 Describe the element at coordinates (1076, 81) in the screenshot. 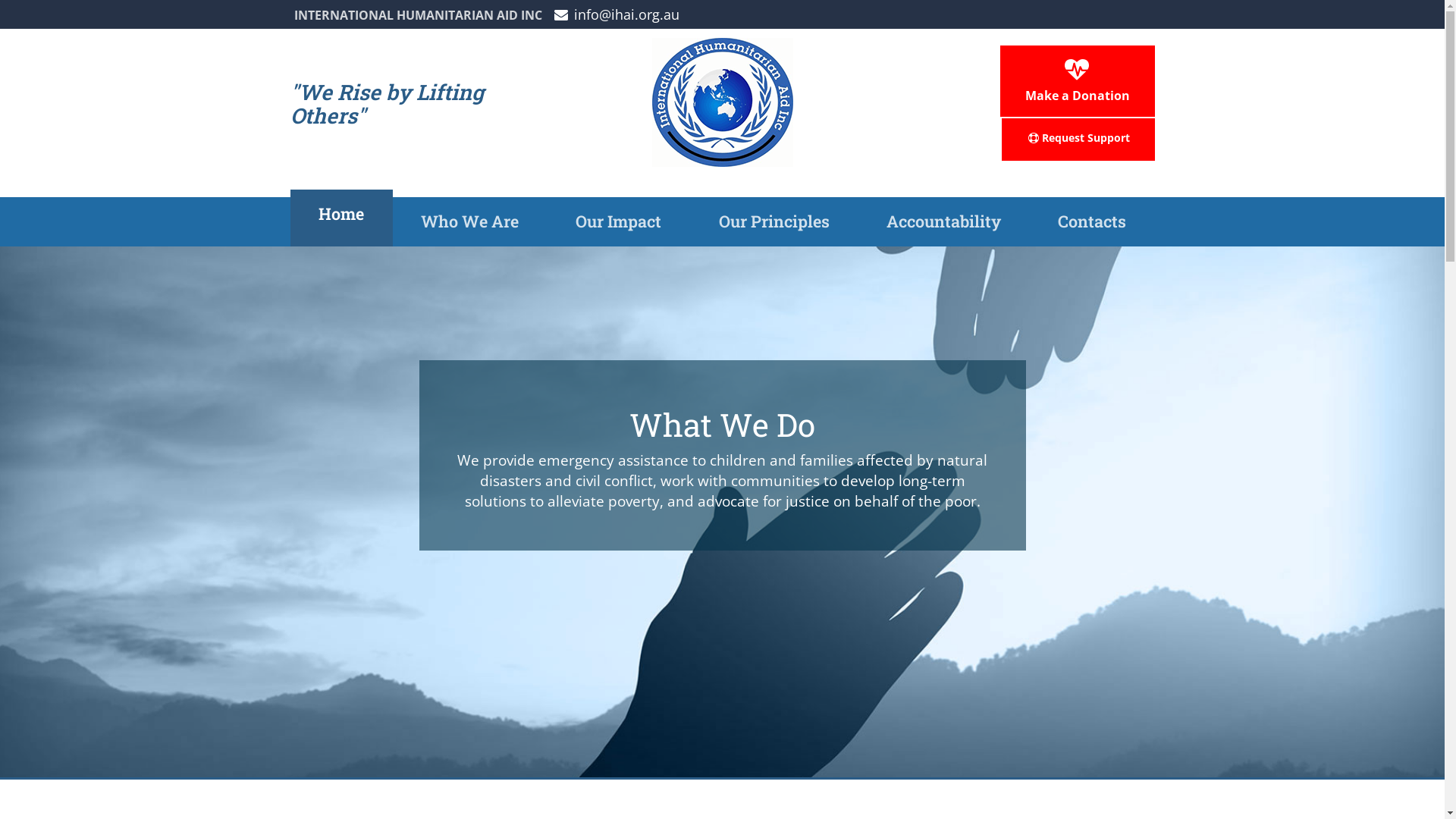

I see `'Make a Donation'` at that location.